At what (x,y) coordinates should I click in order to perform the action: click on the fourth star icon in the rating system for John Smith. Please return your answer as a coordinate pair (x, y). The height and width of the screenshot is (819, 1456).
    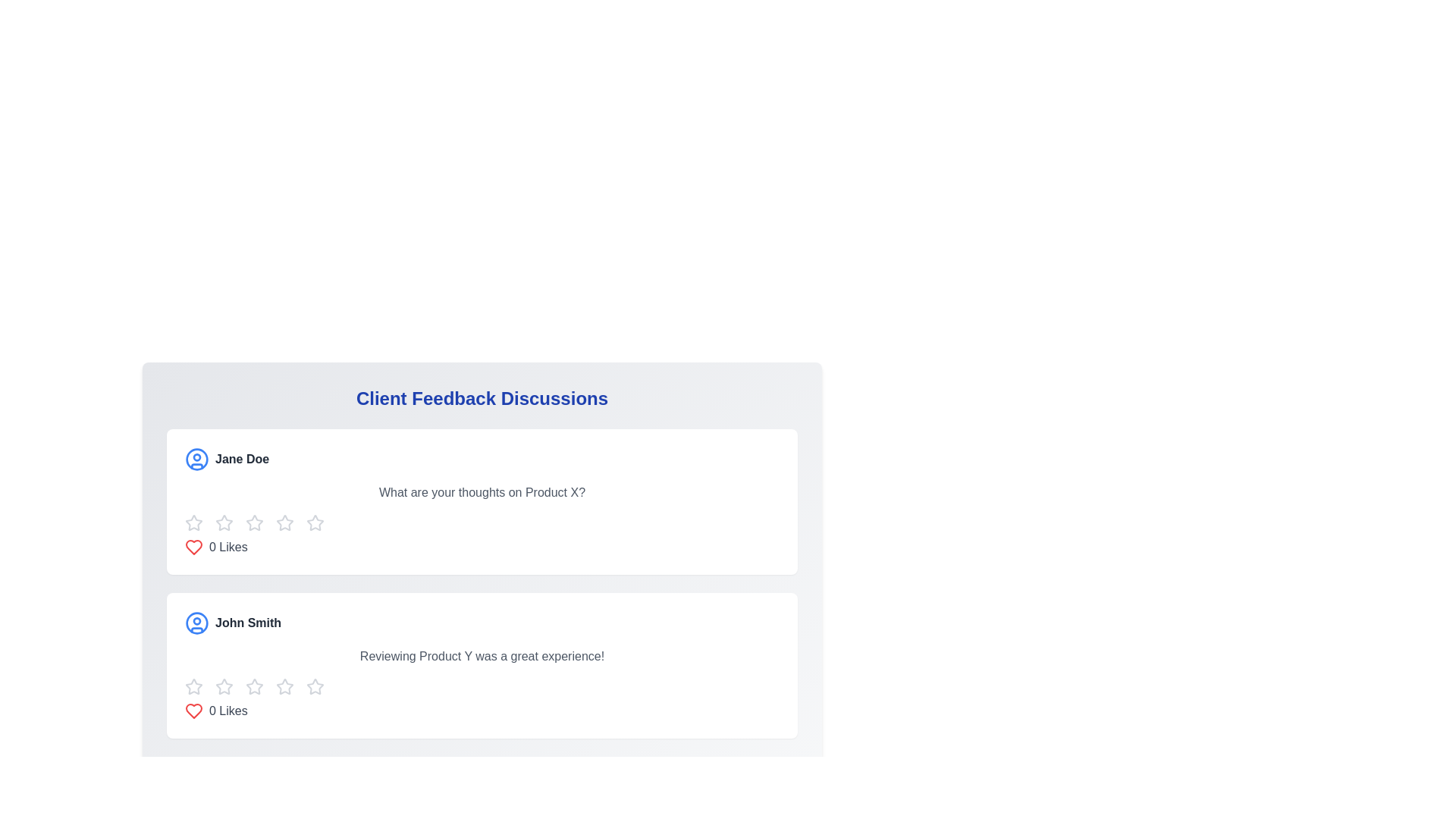
    Looking at the image, I should click on (255, 687).